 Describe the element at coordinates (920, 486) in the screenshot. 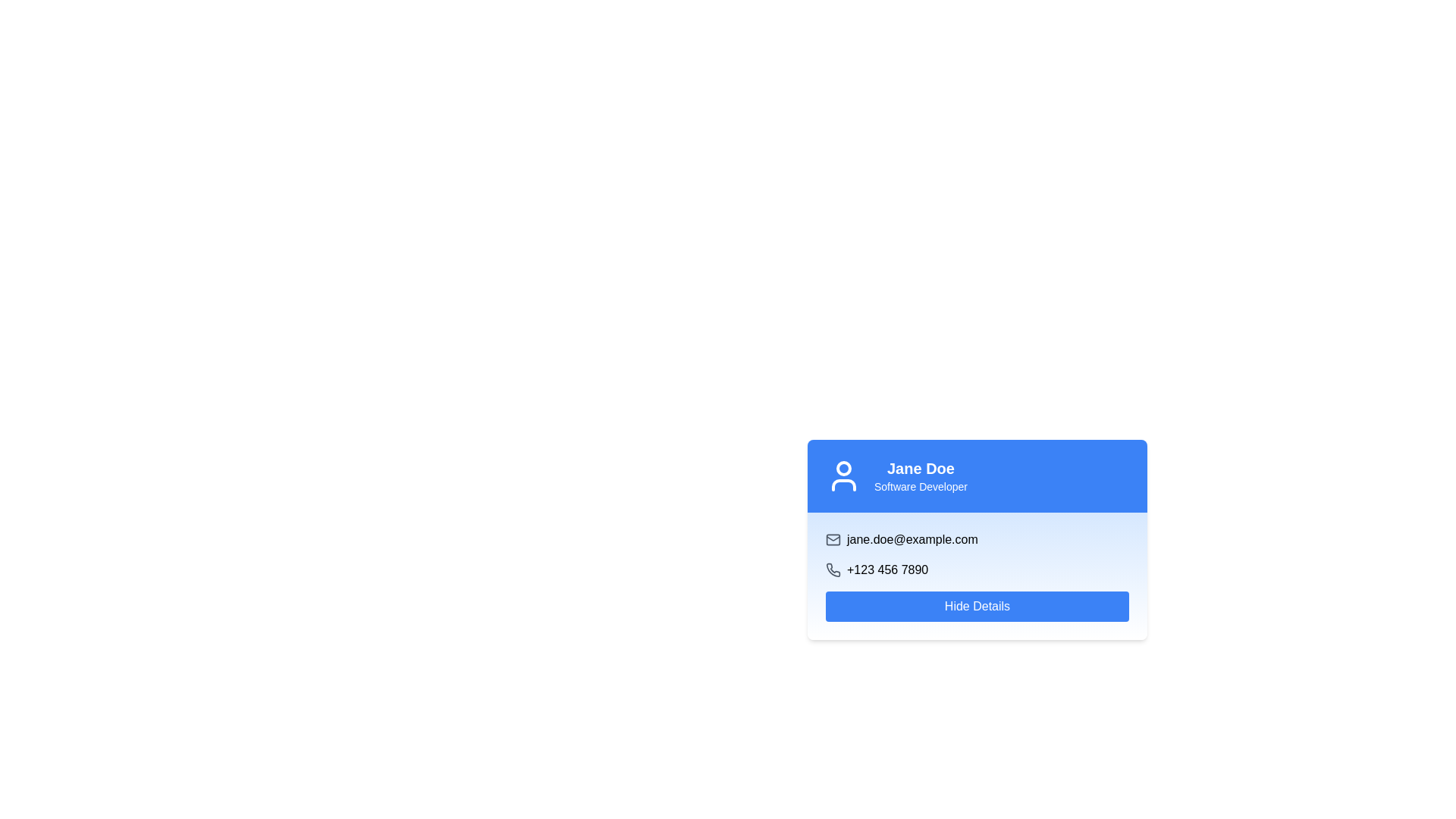

I see `text displayed as 'Software Developer' located prominently below 'Jane Doe' in the blue header section of the information card` at that location.